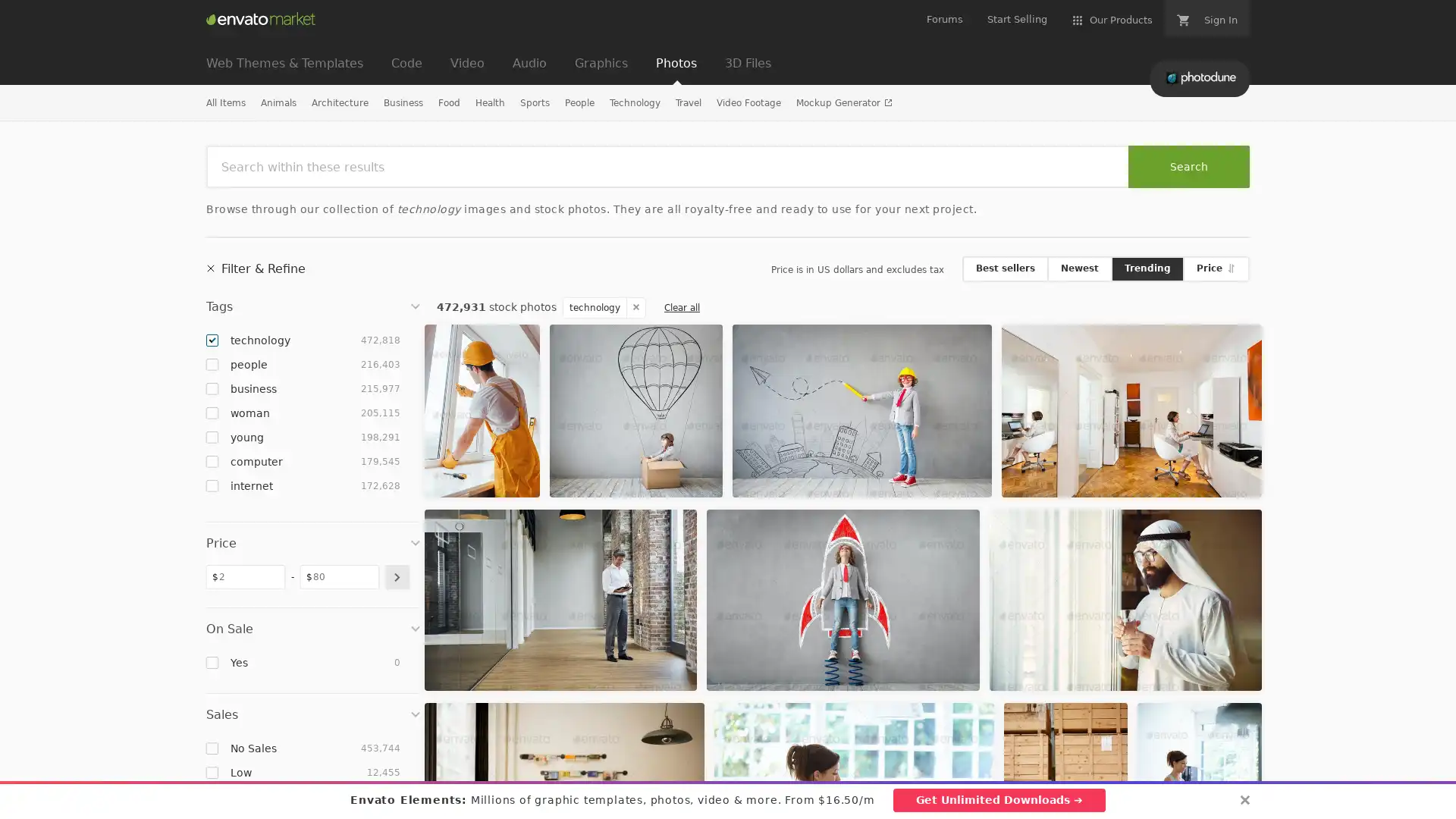  I want to click on submit, so click(397, 576).